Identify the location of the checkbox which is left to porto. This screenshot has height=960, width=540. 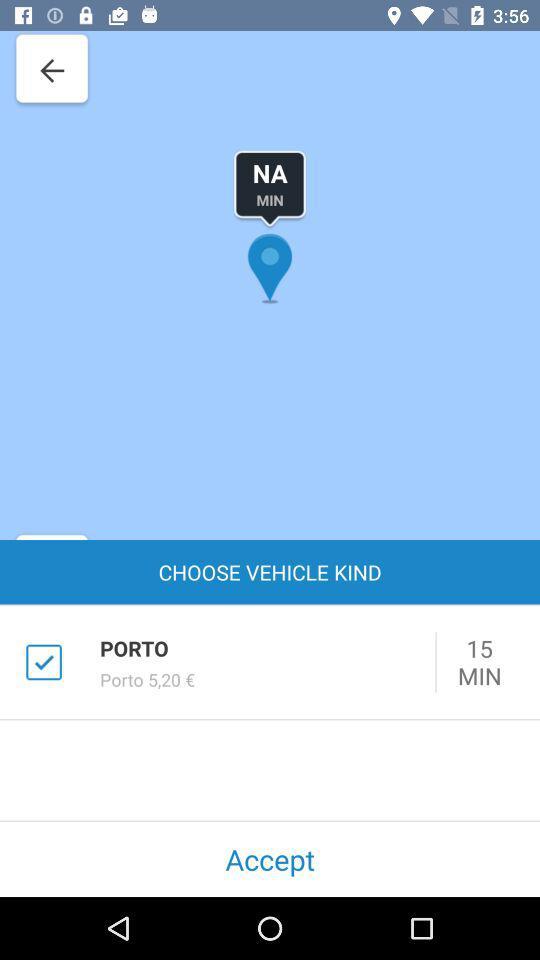
(44, 662).